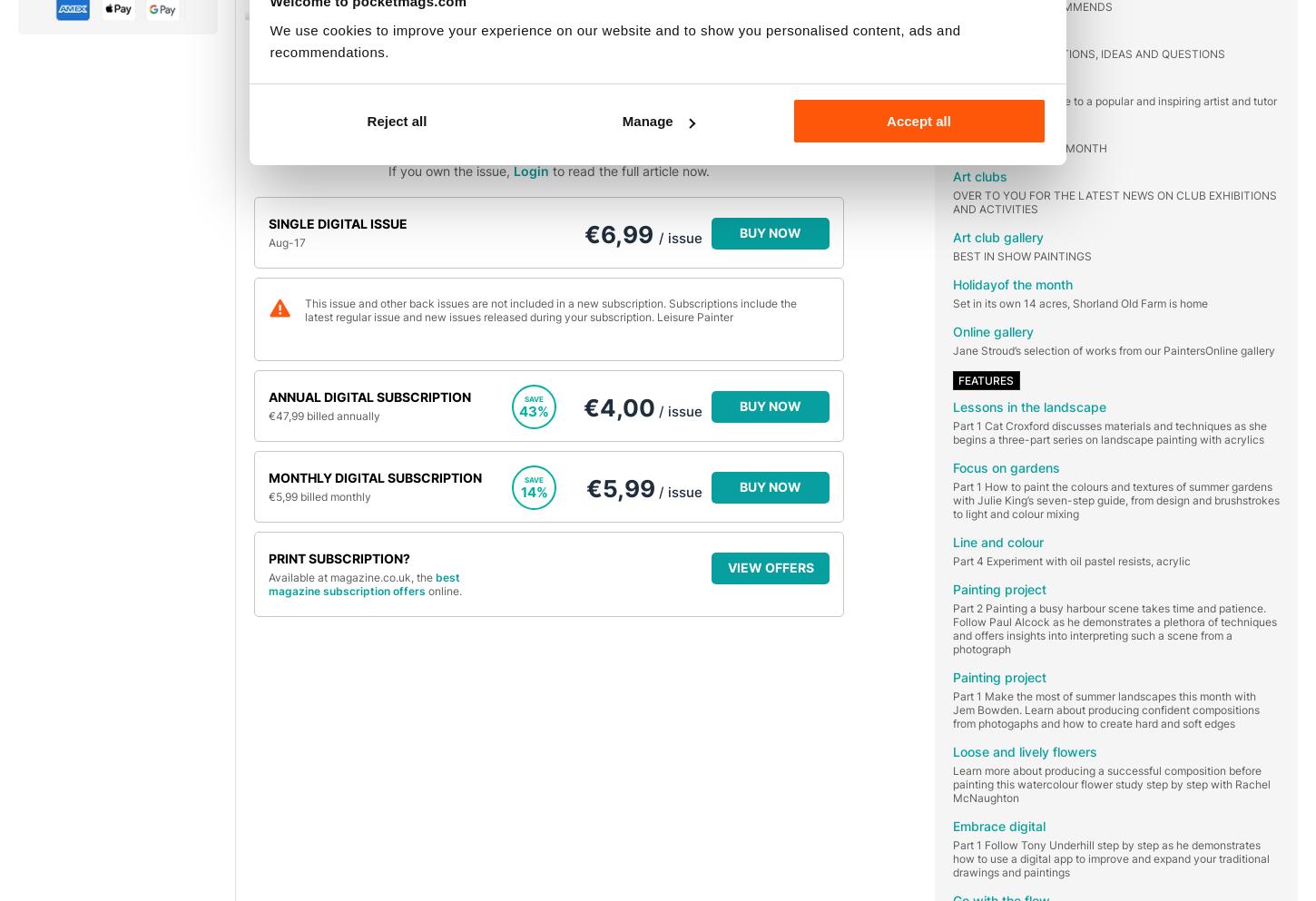  What do you see at coordinates (1079, 302) in the screenshot?
I see `'Set in its own 14 acres, Shorland Old Farm is home'` at bounding box center [1079, 302].